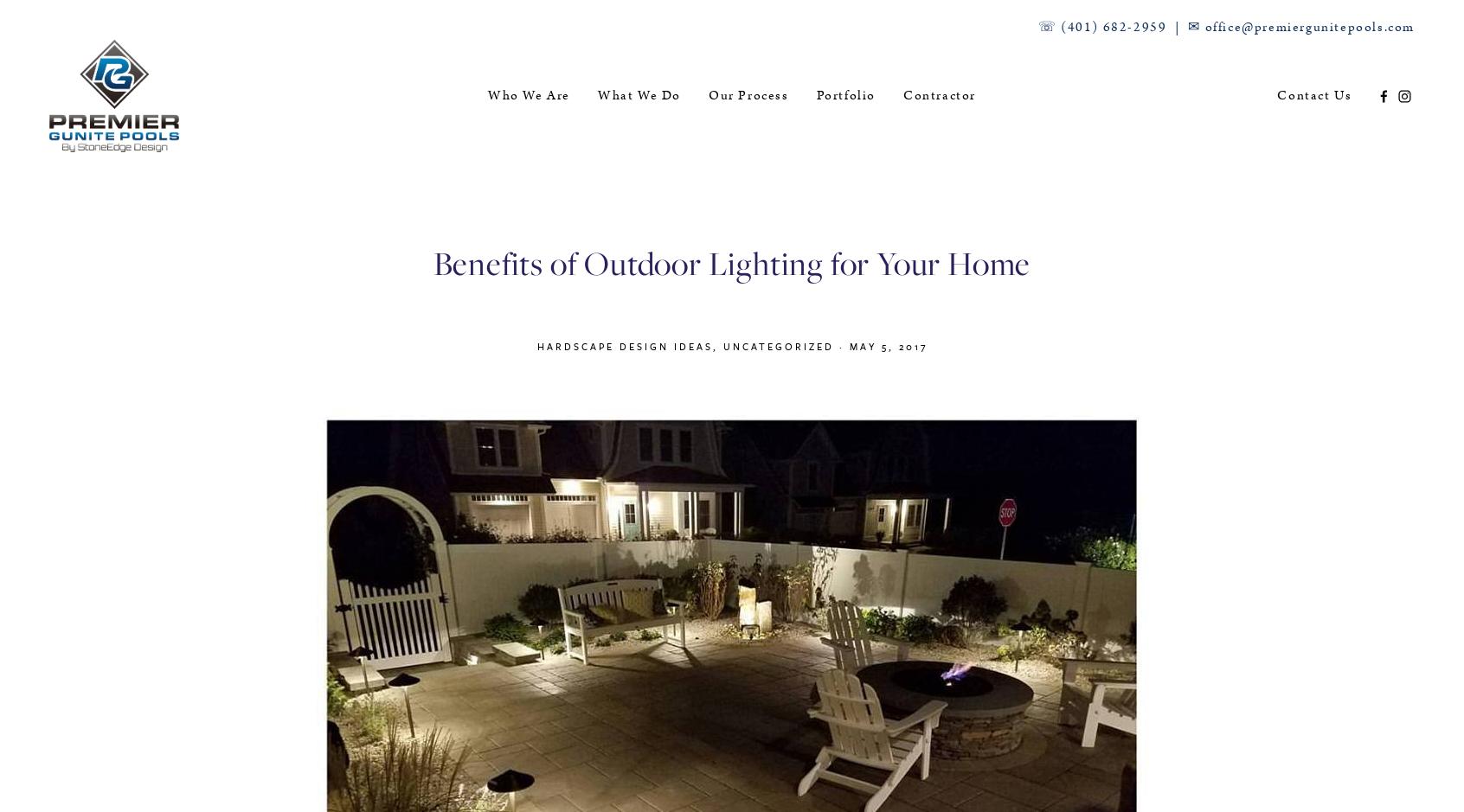 The image size is (1464, 812). What do you see at coordinates (747, 94) in the screenshot?
I see `'Our Process'` at bounding box center [747, 94].